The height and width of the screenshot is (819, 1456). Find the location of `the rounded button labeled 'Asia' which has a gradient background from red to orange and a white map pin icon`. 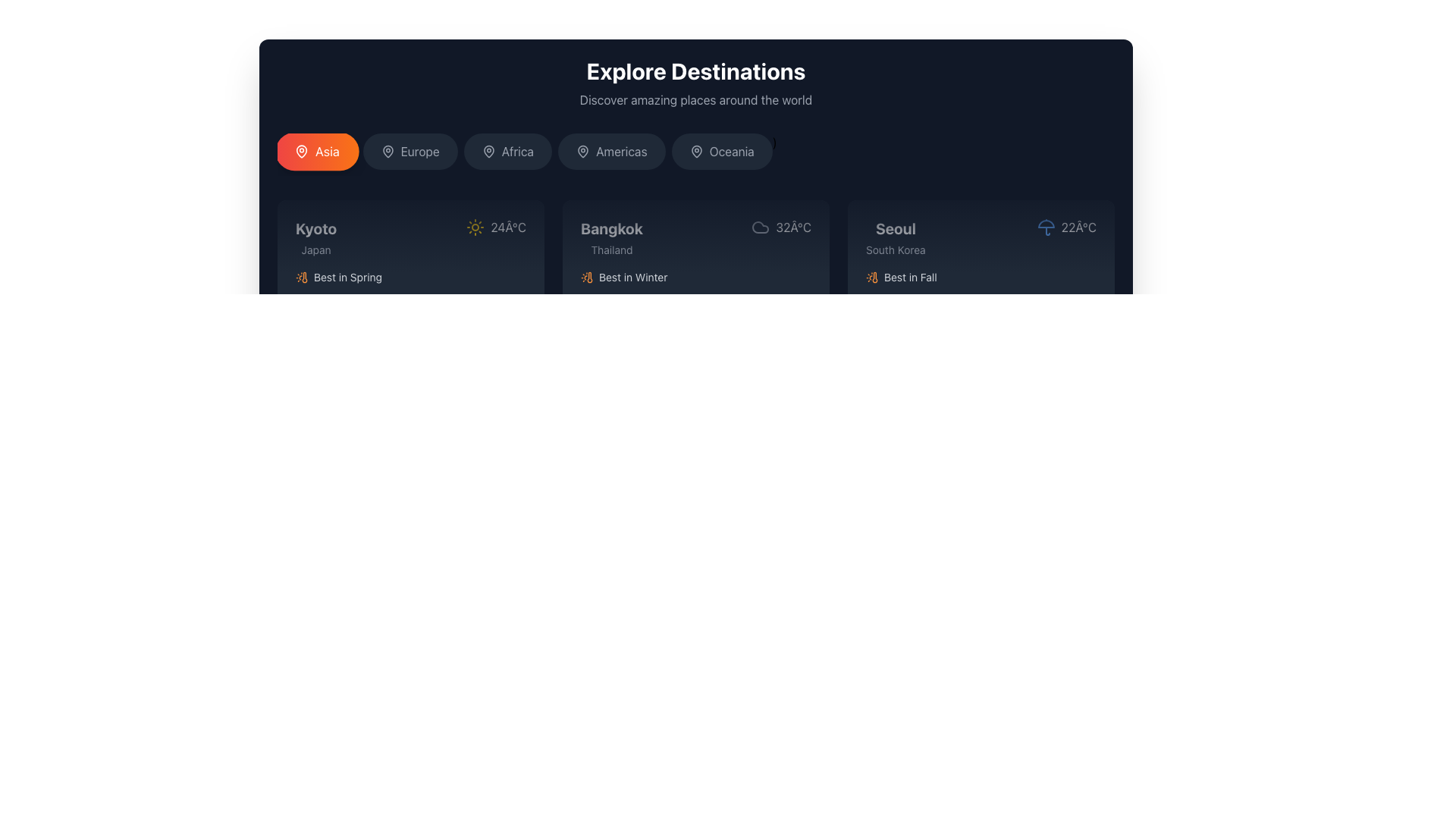

the rounded button labeled 'Asia' which has a gradient background from red to orange and a white map pin icon is located at coordinates (315, 152).